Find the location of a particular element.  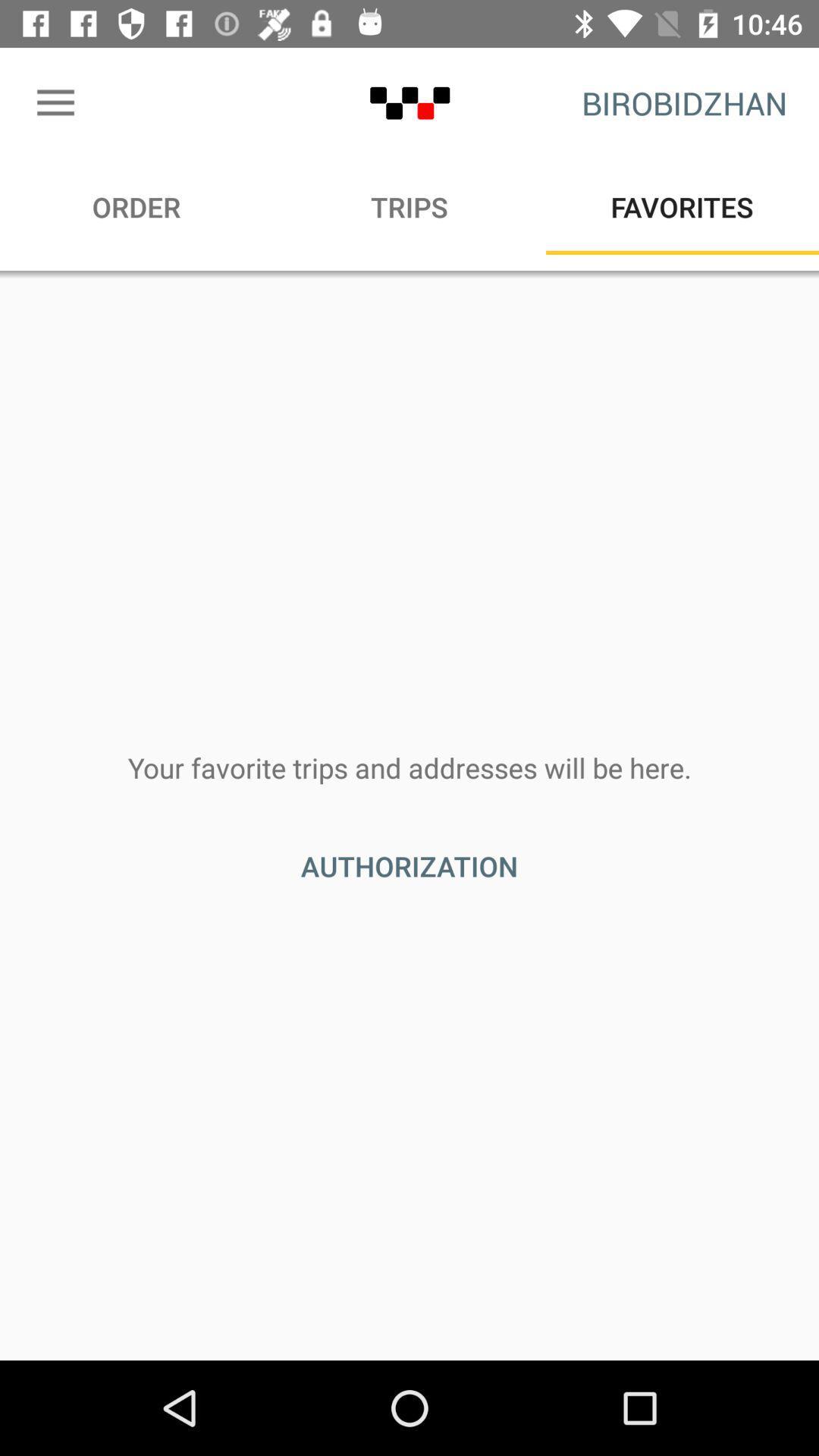

the item above the favorites item is located at coordinates (684, 102).